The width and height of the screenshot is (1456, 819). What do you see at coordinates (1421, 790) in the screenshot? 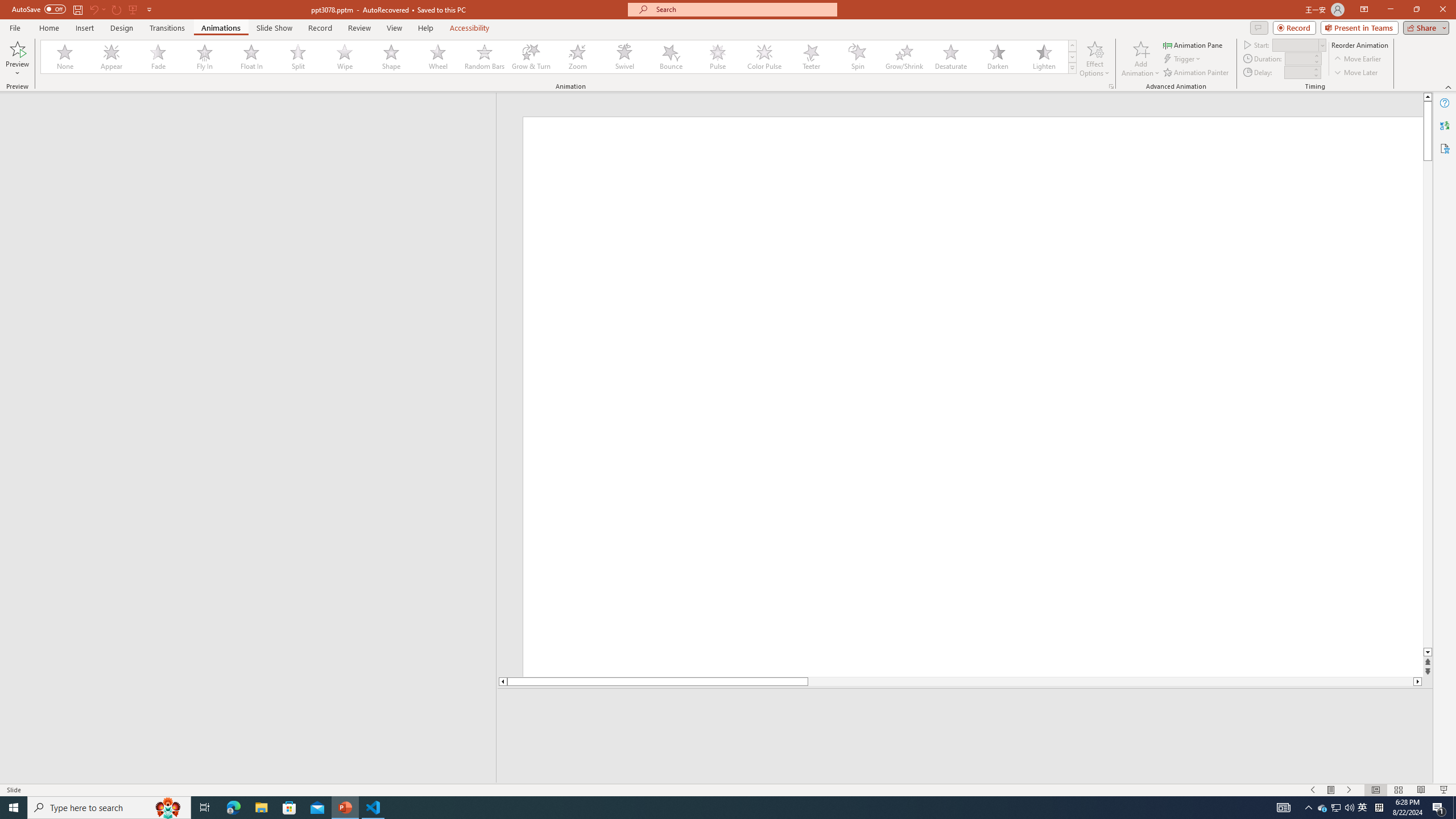
I see `'Reading View'` at bounding box center [1421, 790].